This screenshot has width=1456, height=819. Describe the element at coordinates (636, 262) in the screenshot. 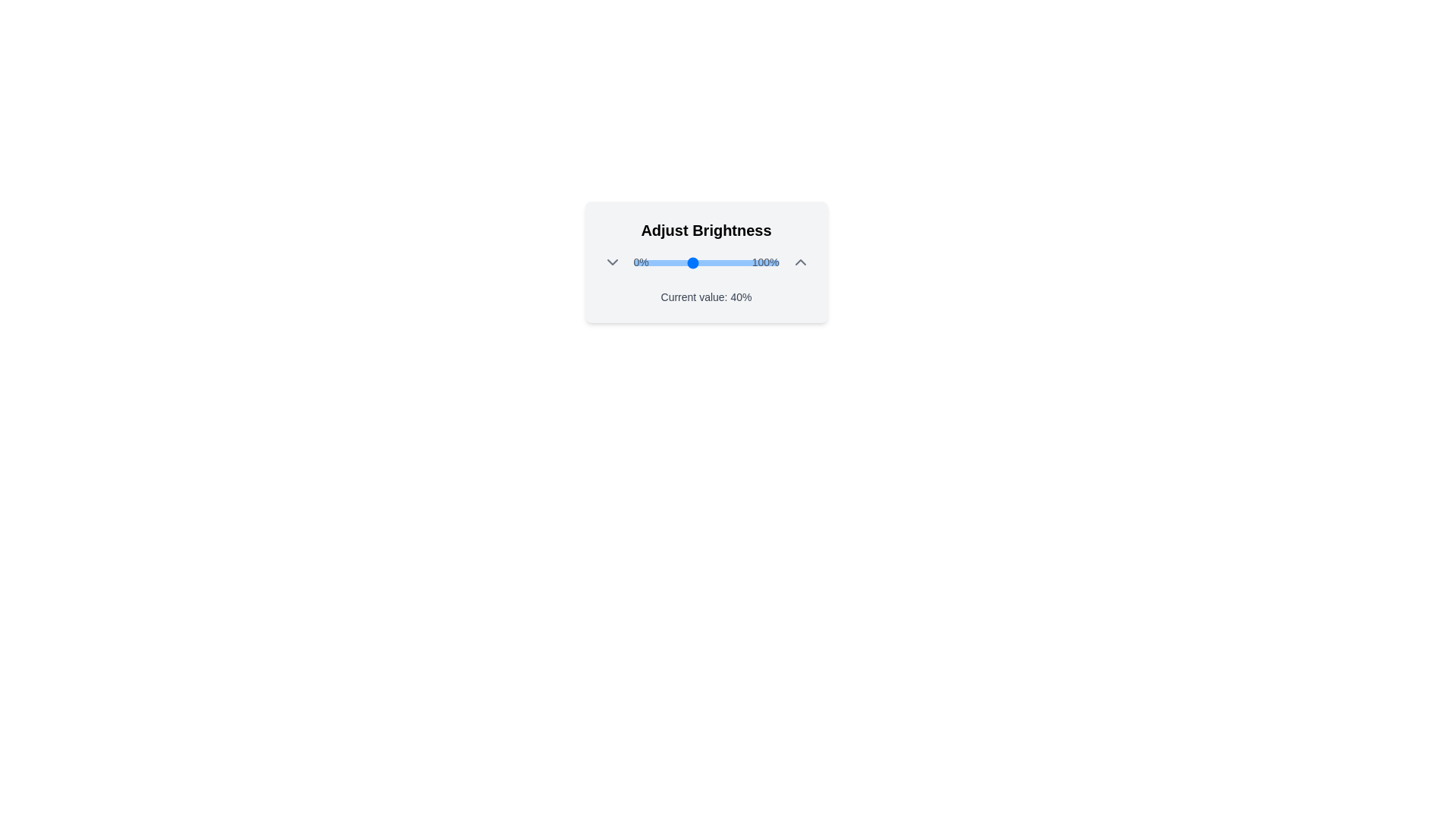

I see `brightness level` at that location.